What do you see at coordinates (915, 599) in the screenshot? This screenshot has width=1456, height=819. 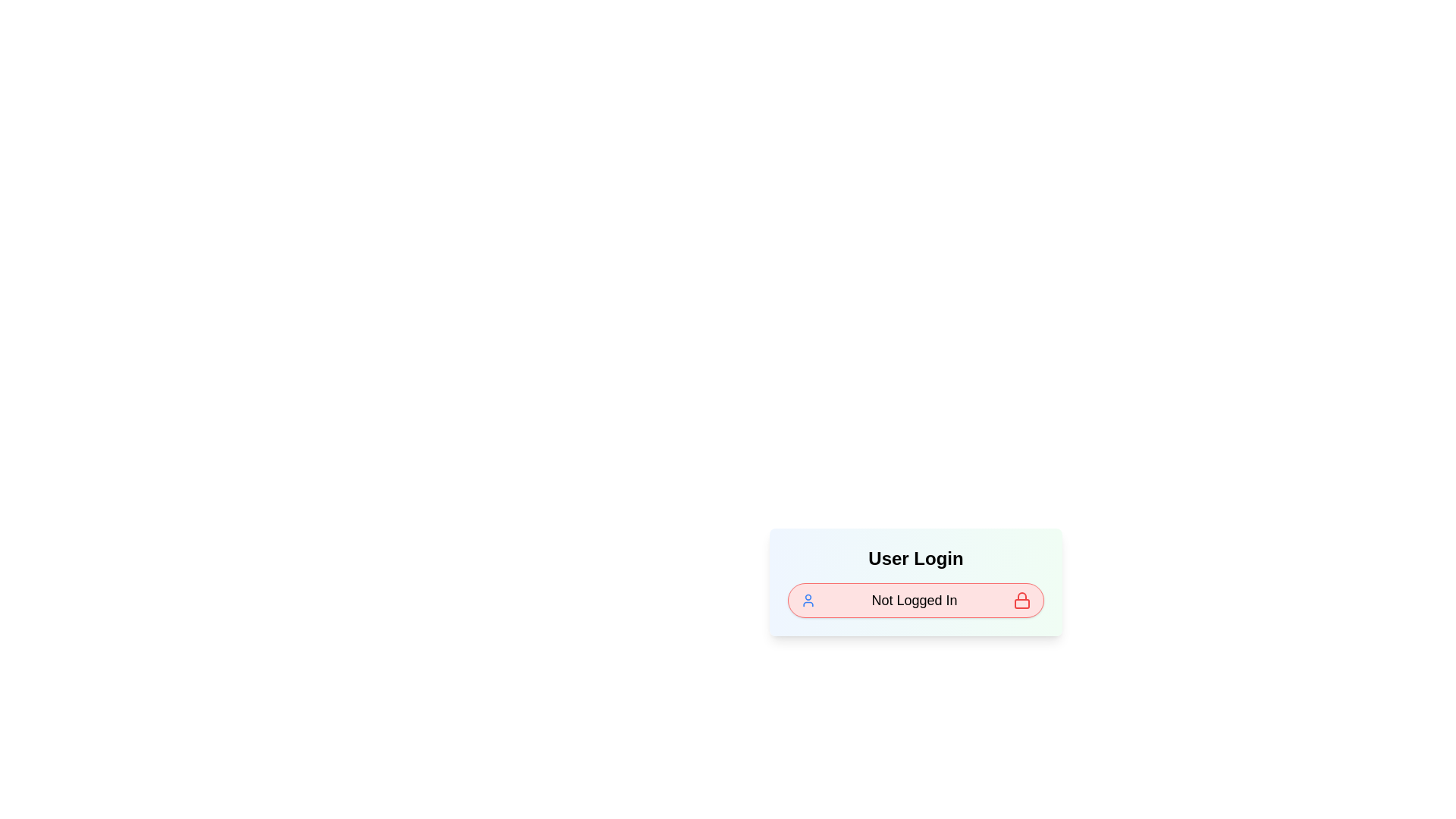 I see `the login chip to toggle the login state` at bounding box center [915, 599].